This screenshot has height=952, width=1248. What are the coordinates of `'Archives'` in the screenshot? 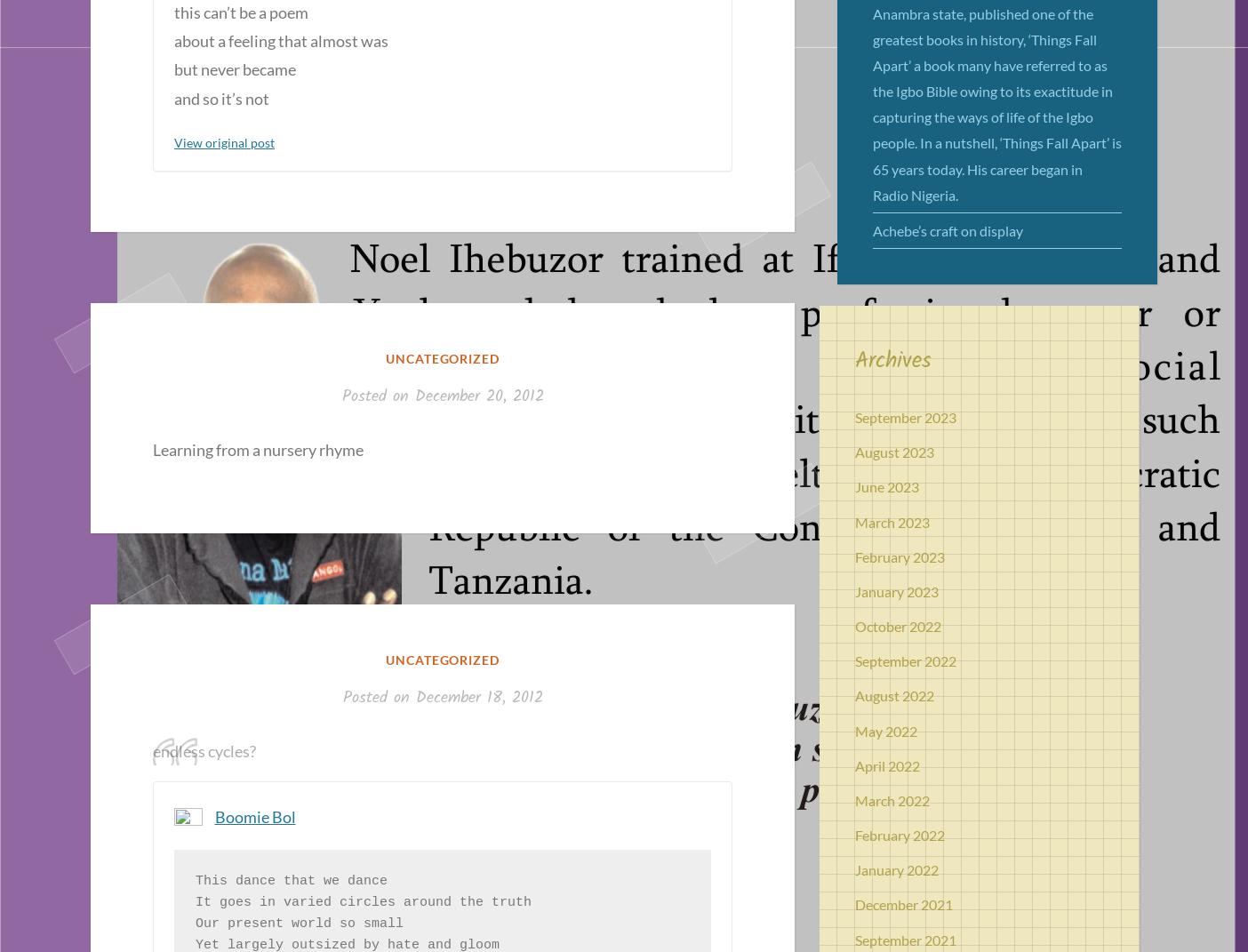 It's located at (892, 361).